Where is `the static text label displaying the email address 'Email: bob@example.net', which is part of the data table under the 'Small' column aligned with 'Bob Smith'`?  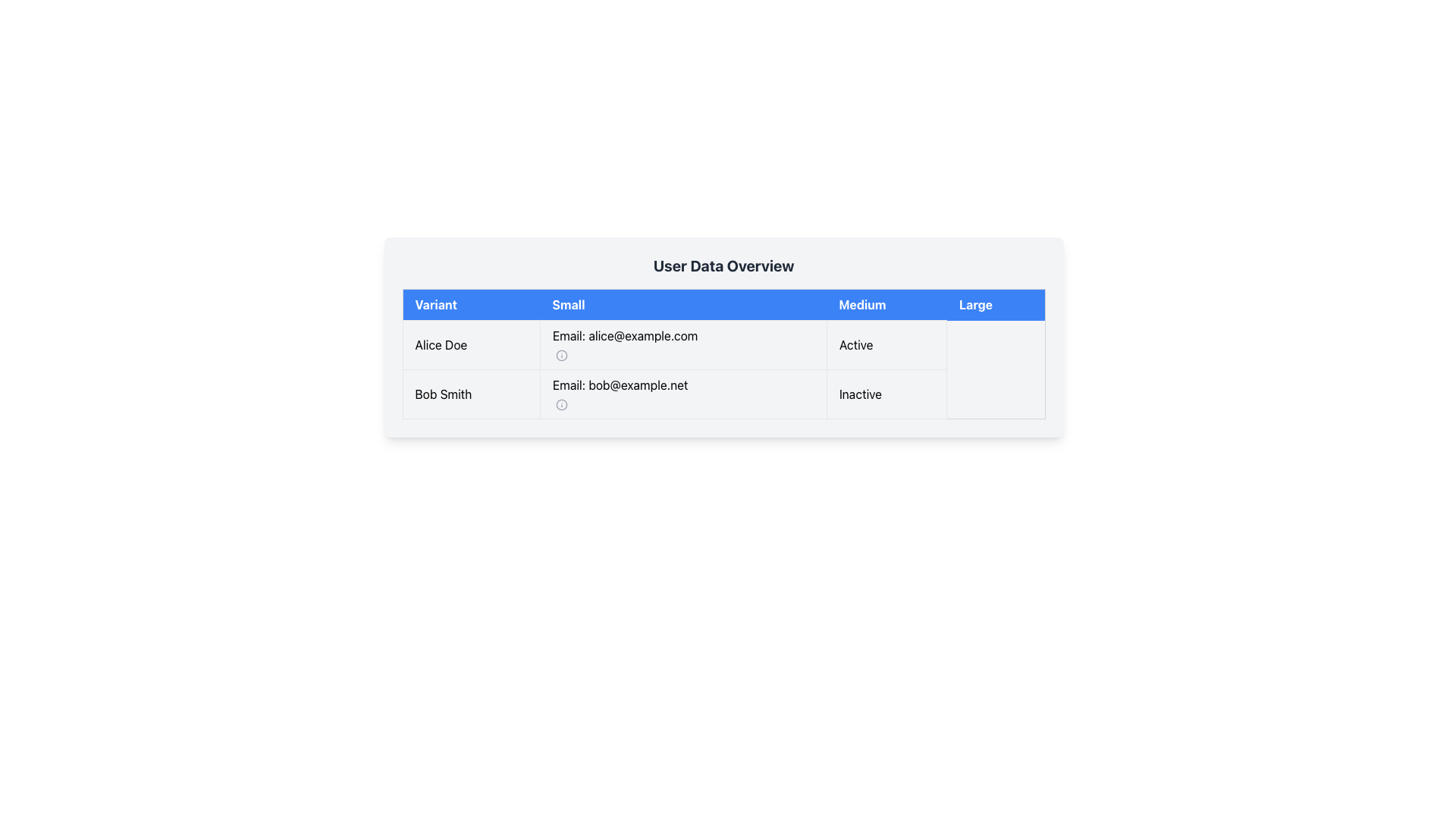
the static text label displaying the email address 'Email: bob@example.net', which is part of the data table under the 'Small' column aligned with 'Bob Smith' is located at coordinates (682, 384).